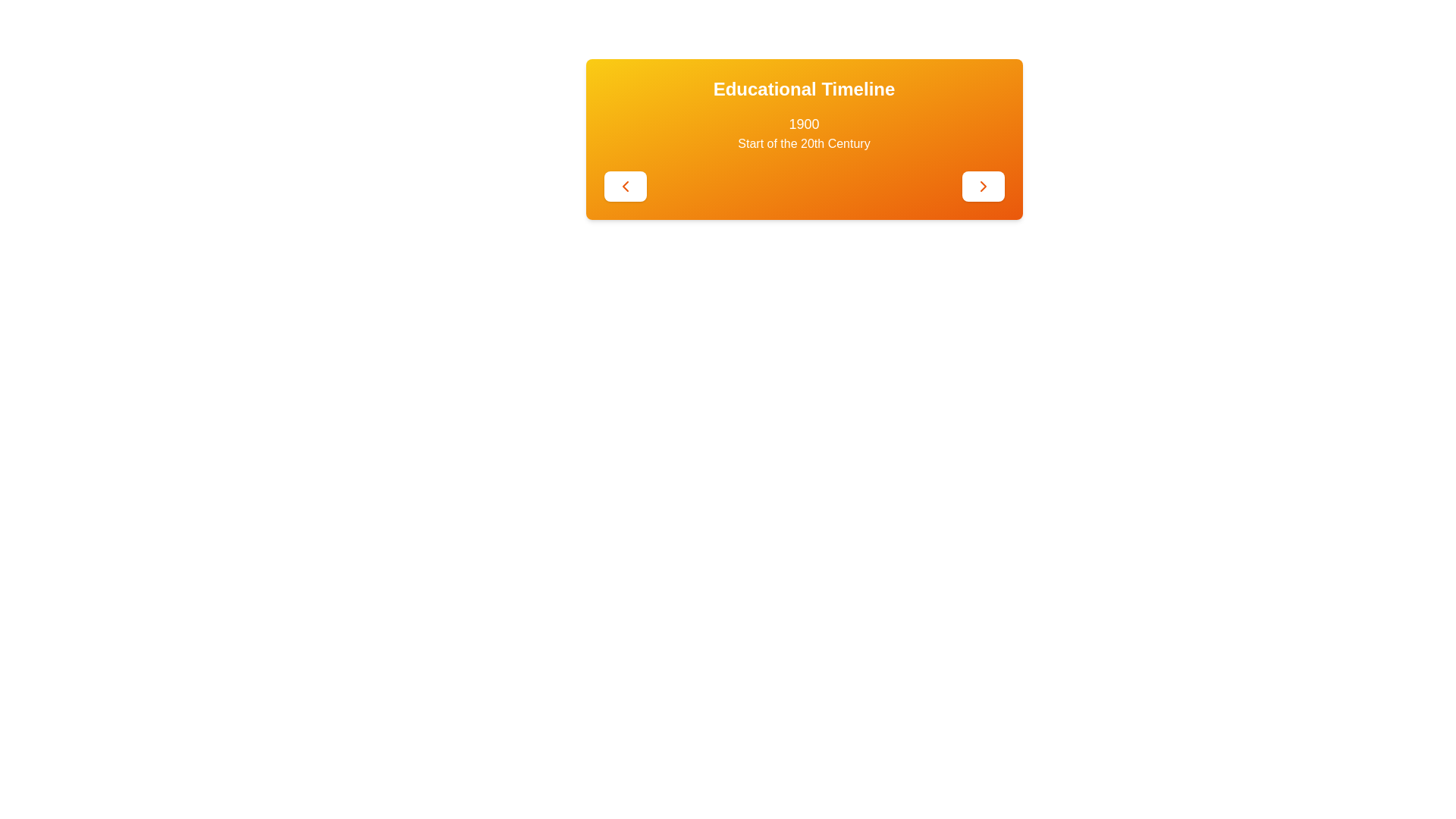 The image size is (1456, 819). Describe the element at coordinates (803, 124) in the screenshot. I see `the text label indicating a specific year, which is located above the text 'Start of the 20th Century' and below the heading 'Educational Timeline'` at that location.